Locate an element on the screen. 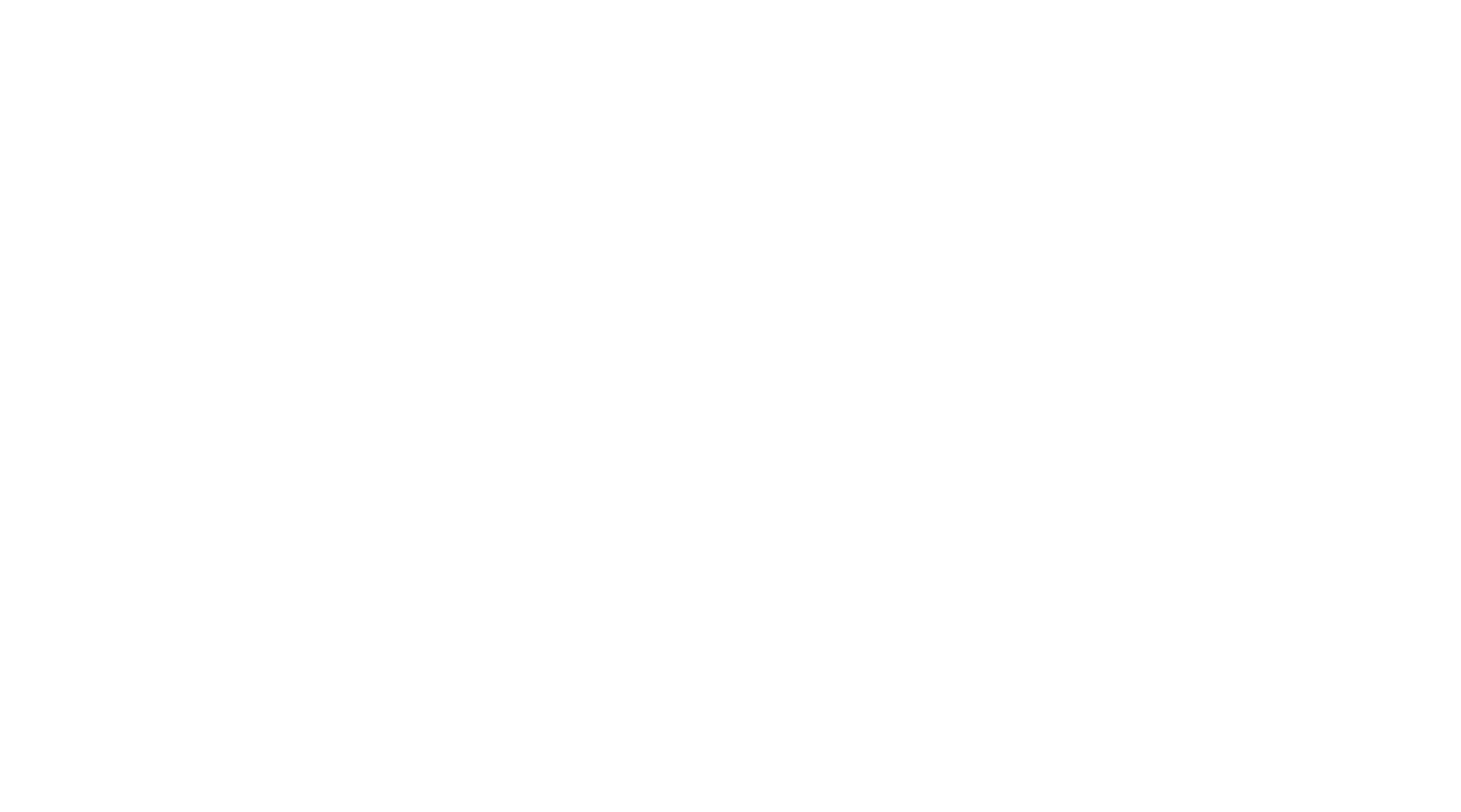 This screenshot has height=812, width=1461. 'Recipes' is located at coordinates (1038, 286).